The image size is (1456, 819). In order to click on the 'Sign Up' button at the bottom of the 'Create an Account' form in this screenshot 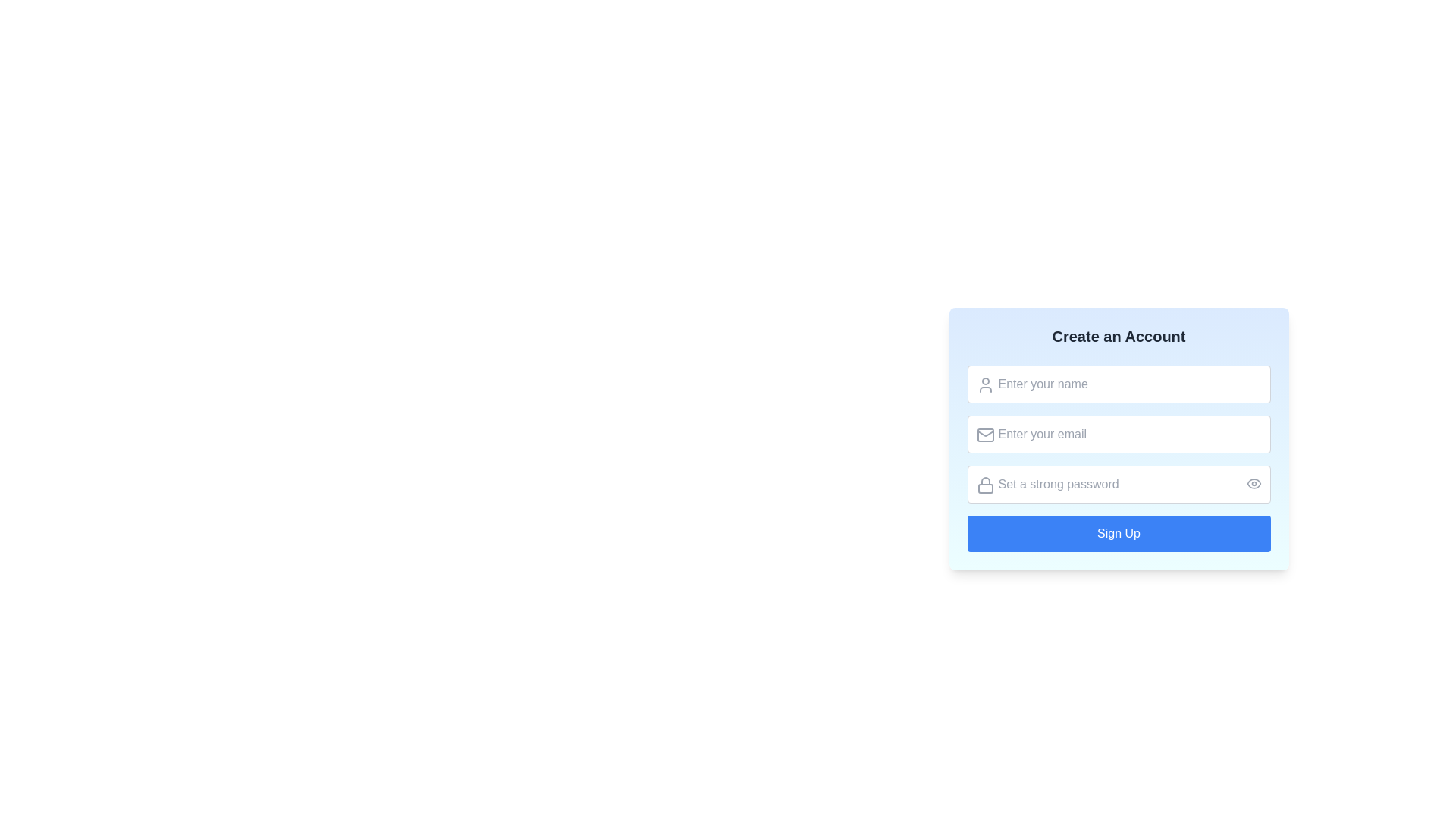, I will do `click(1119, 533)`.